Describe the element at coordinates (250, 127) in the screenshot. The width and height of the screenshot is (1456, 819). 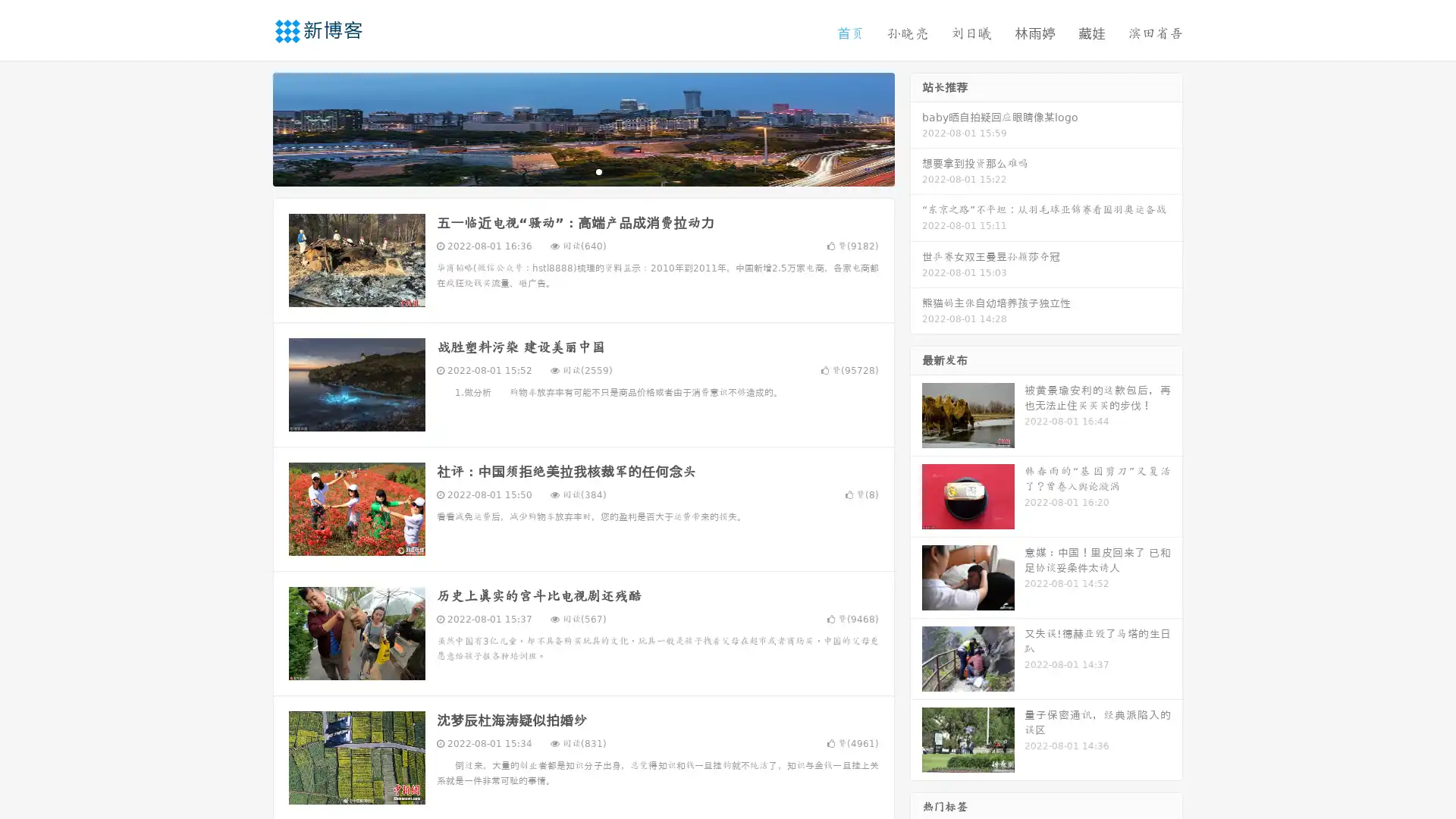
I see `Previous slide` at that location.